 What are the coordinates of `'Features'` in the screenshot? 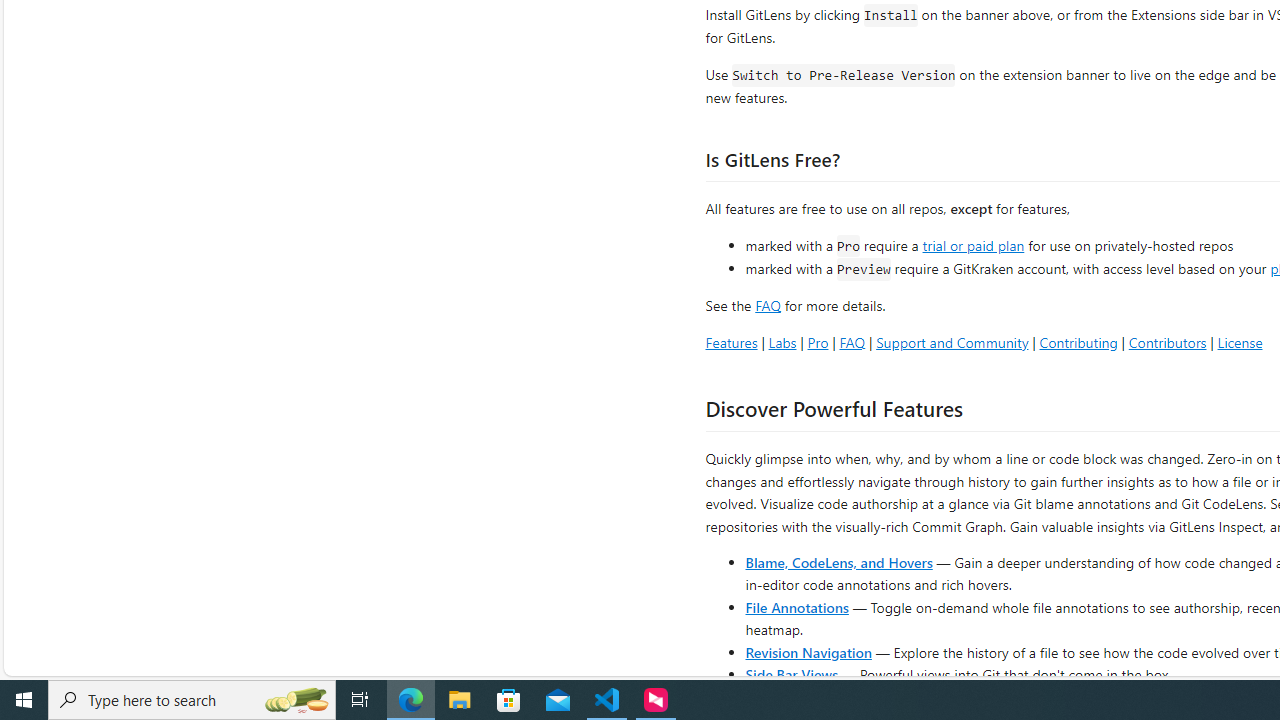 It's located at (730, 341).